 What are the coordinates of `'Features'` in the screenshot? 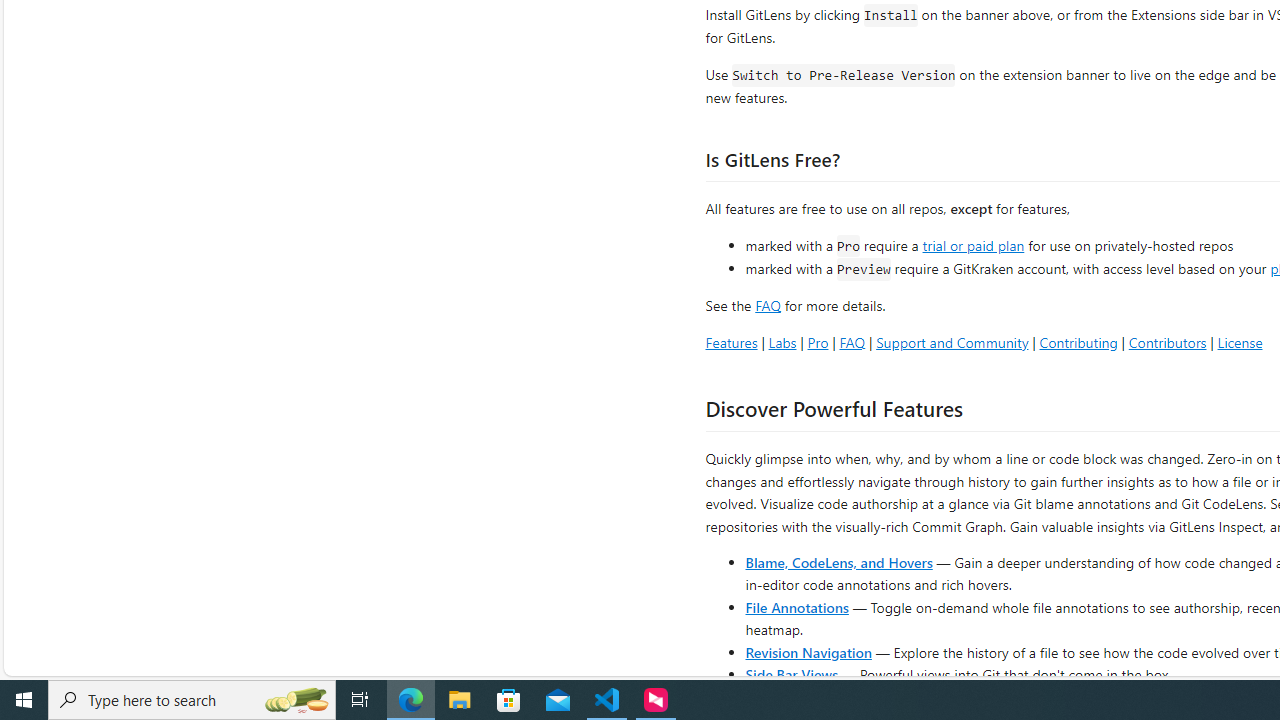 It's located at (730, 341).